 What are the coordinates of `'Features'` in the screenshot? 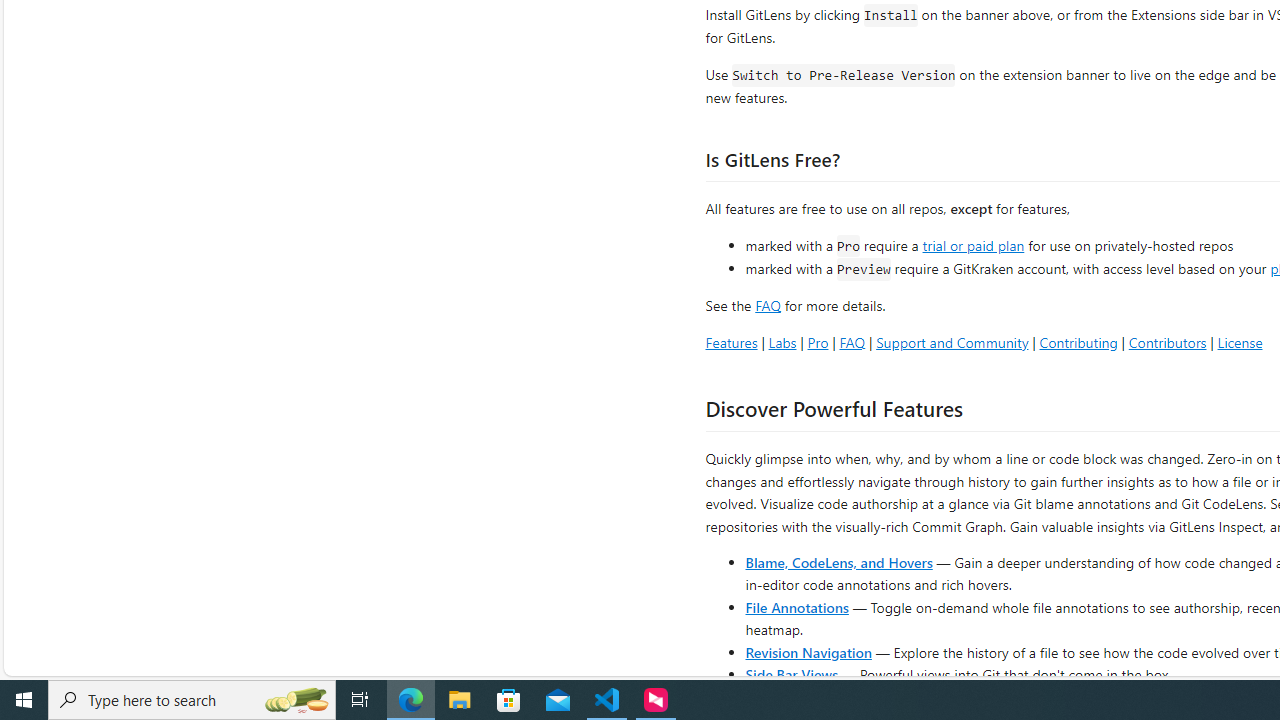 It's located at (730, 341).